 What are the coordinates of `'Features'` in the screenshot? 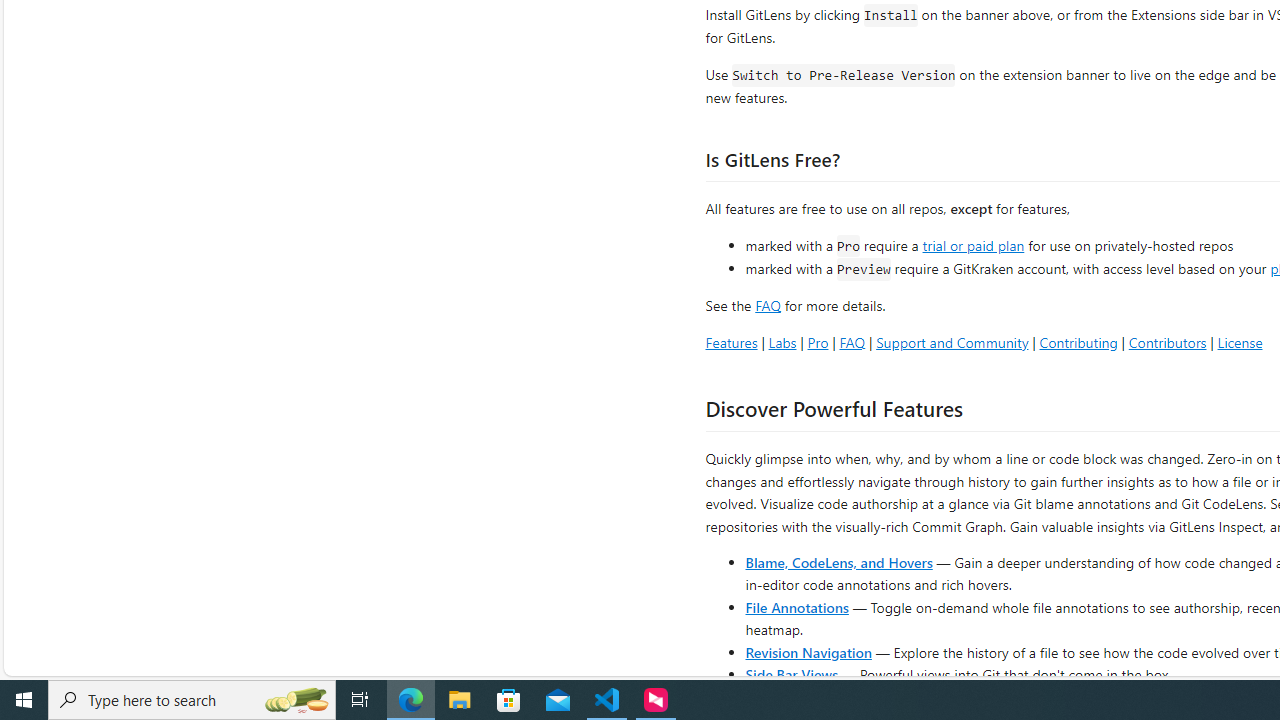 It's located at (730, 341).